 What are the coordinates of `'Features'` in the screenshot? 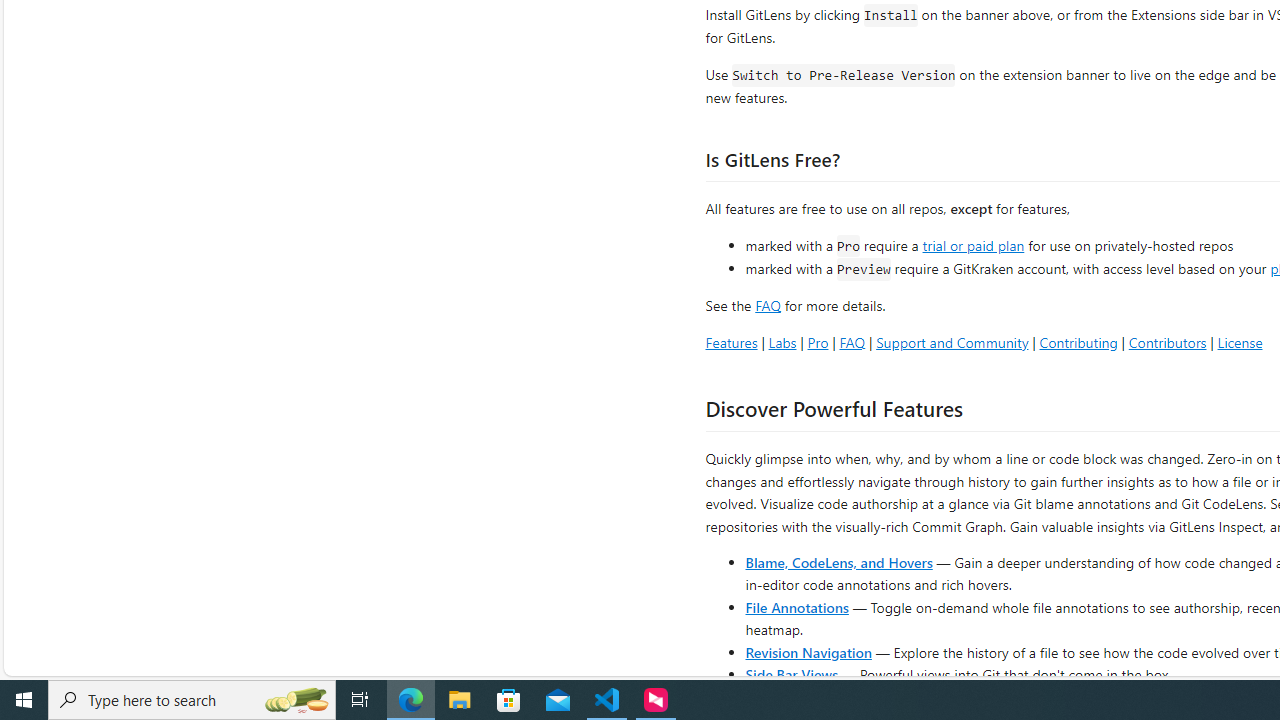 It's located at (730, 341).